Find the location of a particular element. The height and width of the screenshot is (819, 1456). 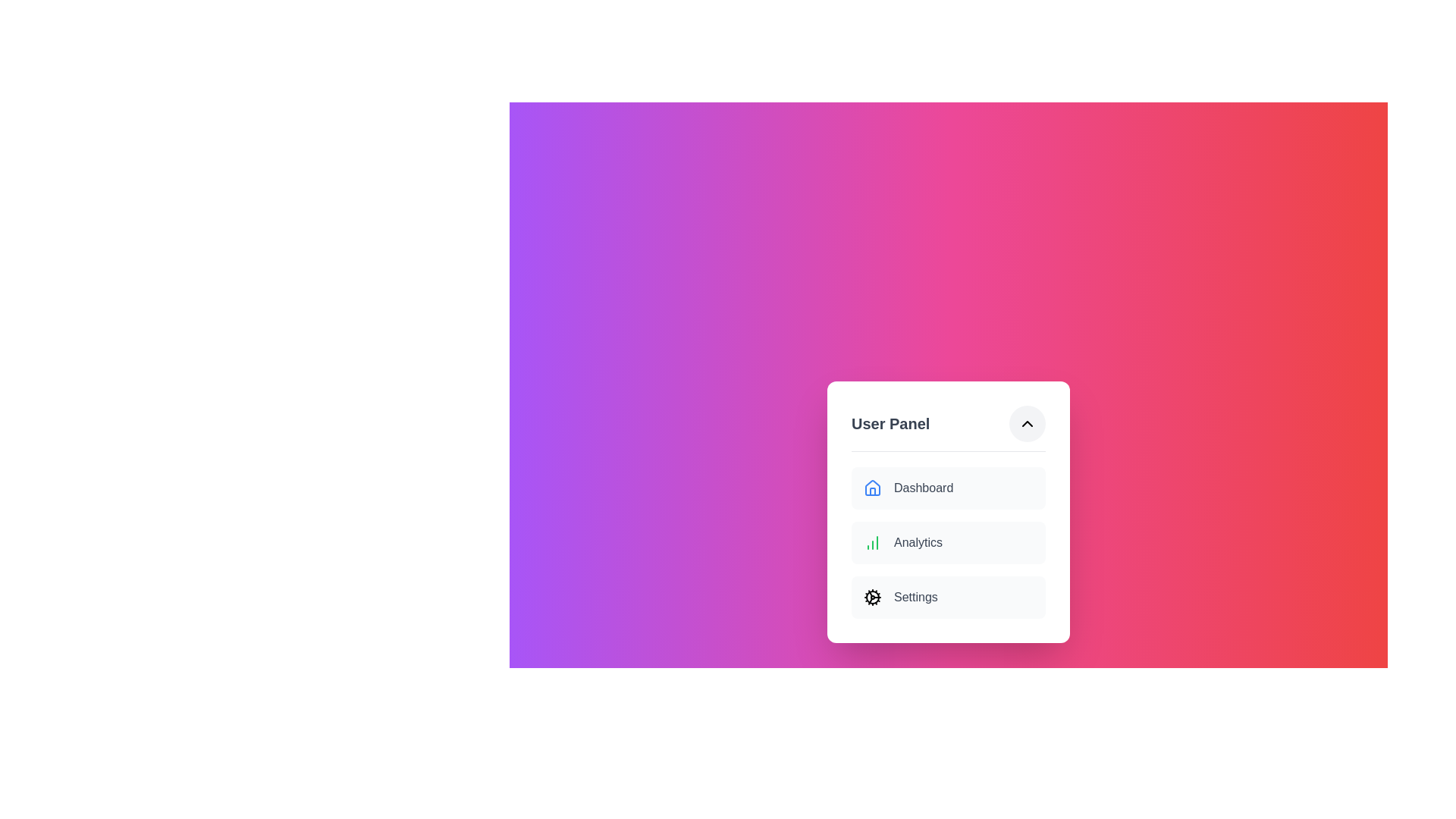

the text 'Analytics' in the menu is located at coordinates (948, 541).